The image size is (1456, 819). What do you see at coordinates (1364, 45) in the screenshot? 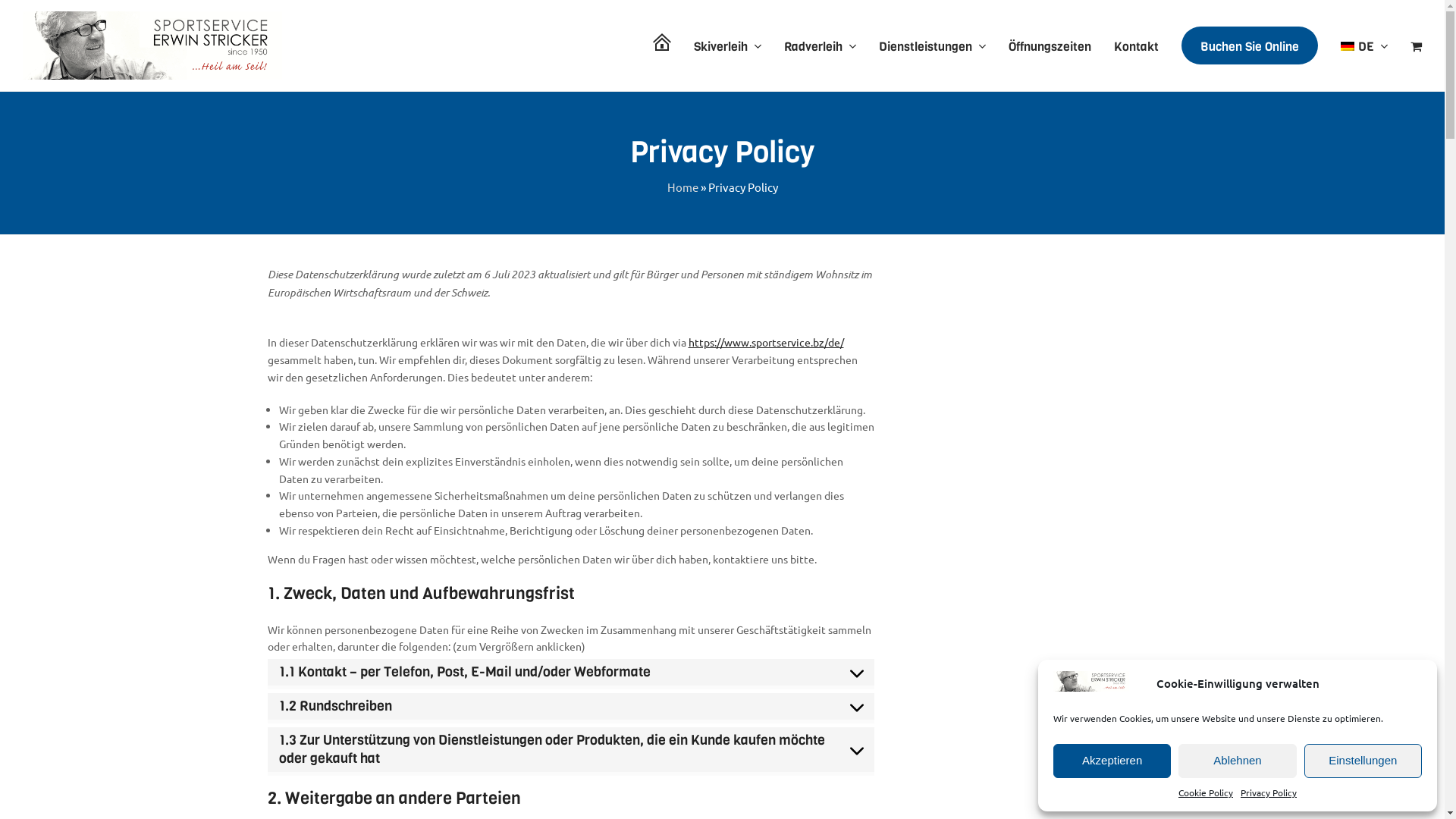
I see `'DE'` at bounding box center [1364, 45].